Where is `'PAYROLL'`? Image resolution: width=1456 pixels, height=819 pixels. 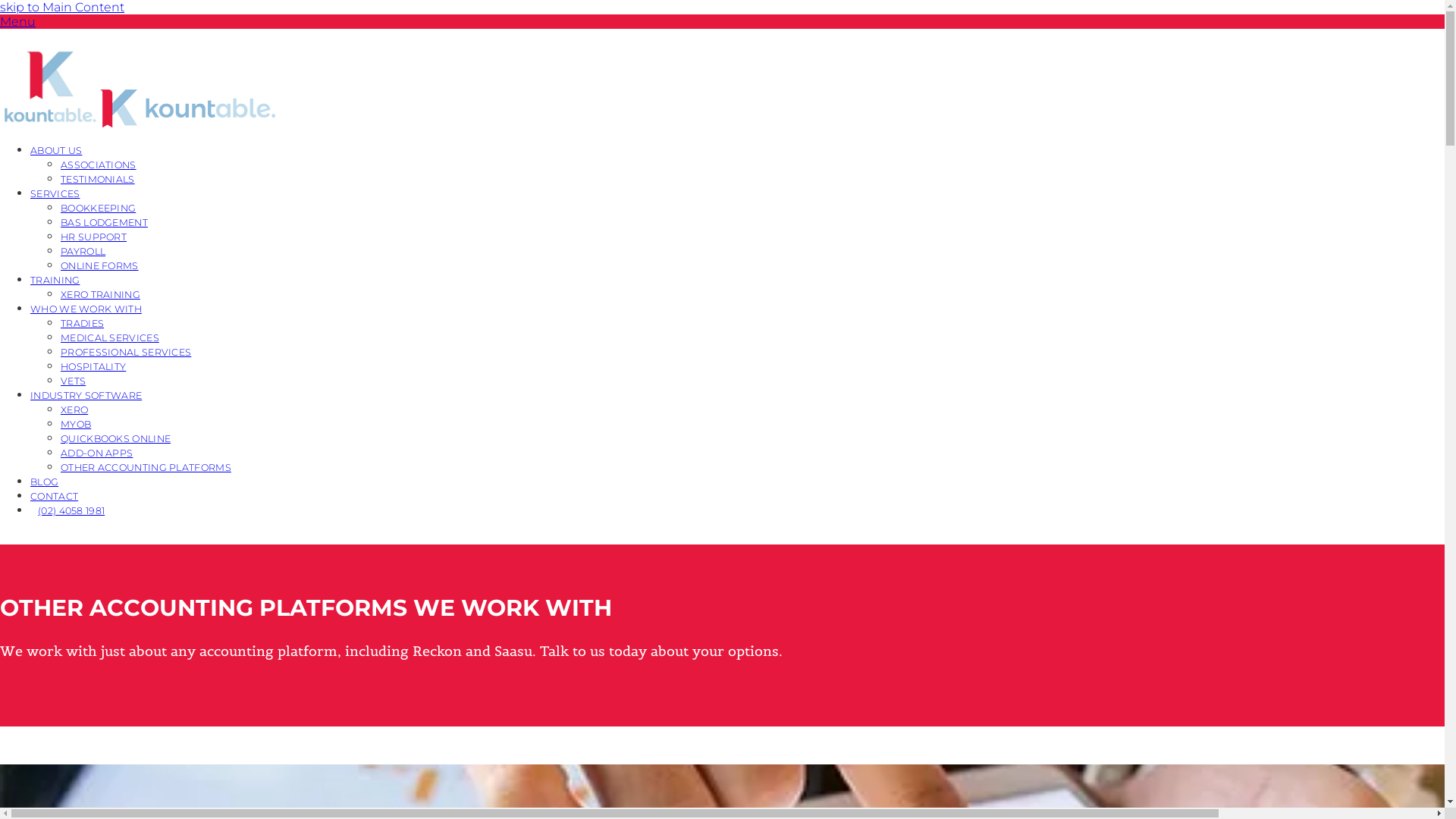
'PAYROLL' is located at coordinates (82, 249).